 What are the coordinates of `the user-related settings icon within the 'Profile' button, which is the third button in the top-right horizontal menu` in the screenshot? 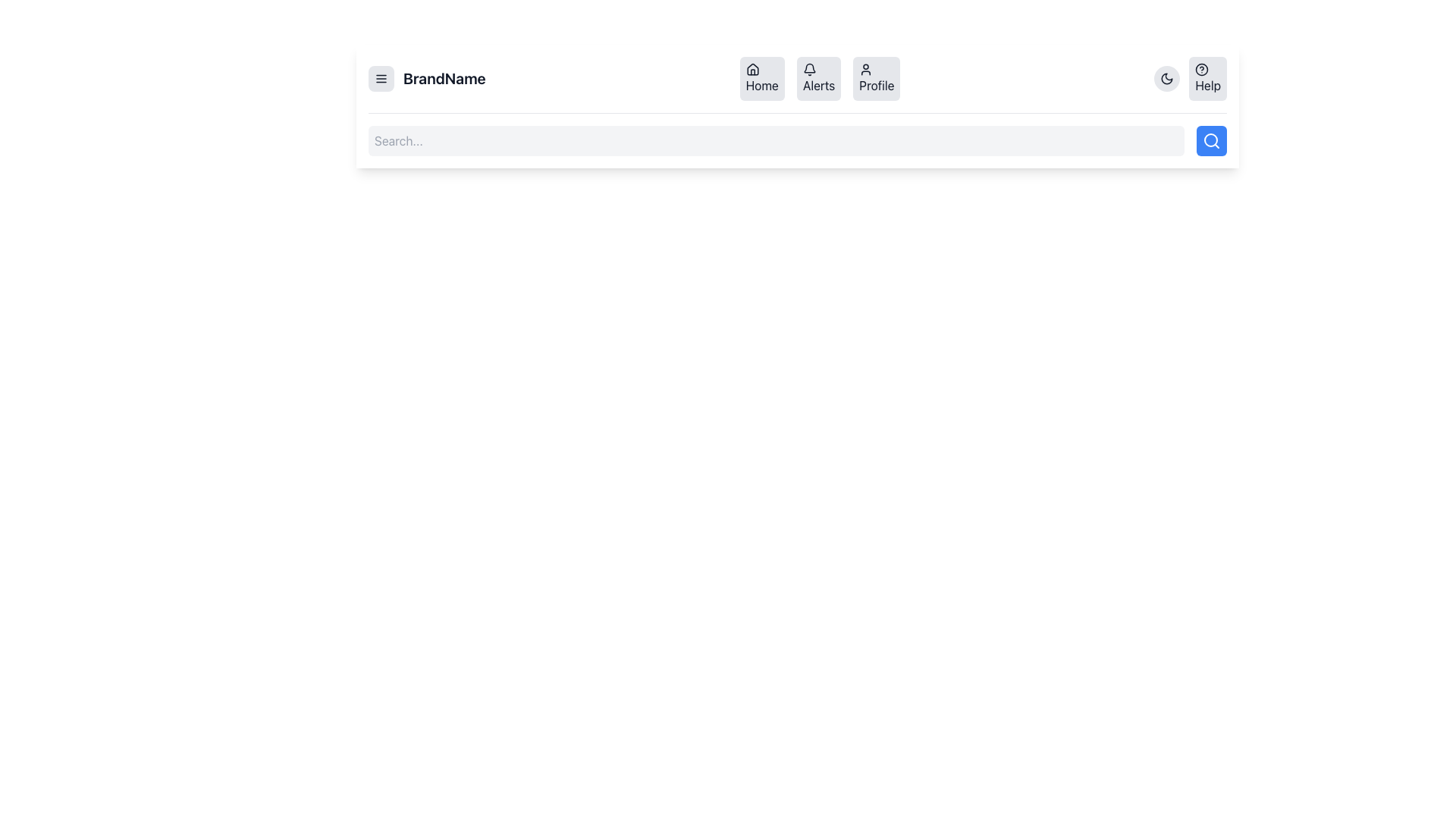 It's located at (866, 70).